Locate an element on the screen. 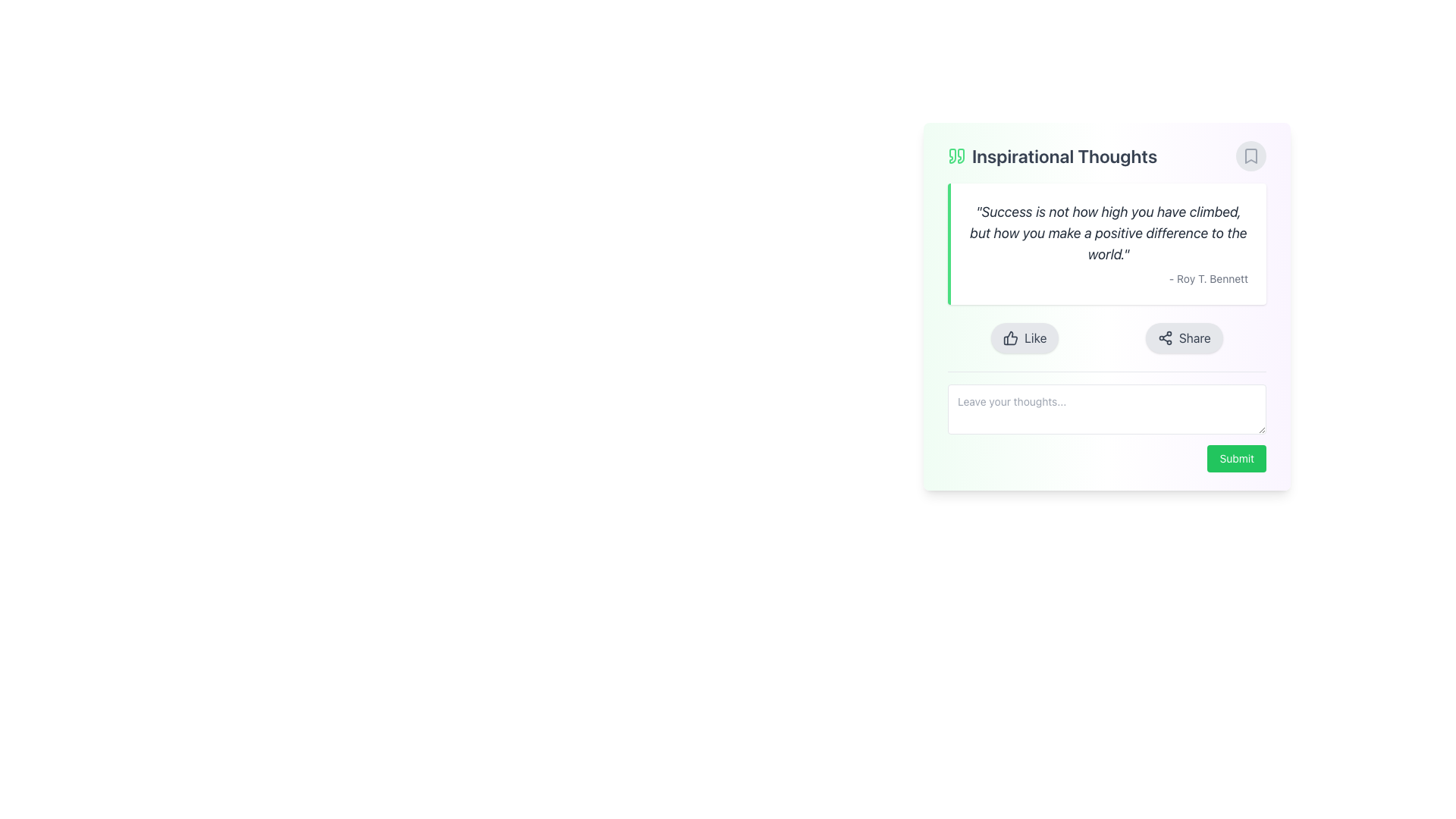 The image size is (1456, 819). the right-hand segment of the double quotation mark icon located in the top-left corner of the 'Inspirational Thoughts' card to emphasize the inspirational quote is located at coordinates (960, 155).